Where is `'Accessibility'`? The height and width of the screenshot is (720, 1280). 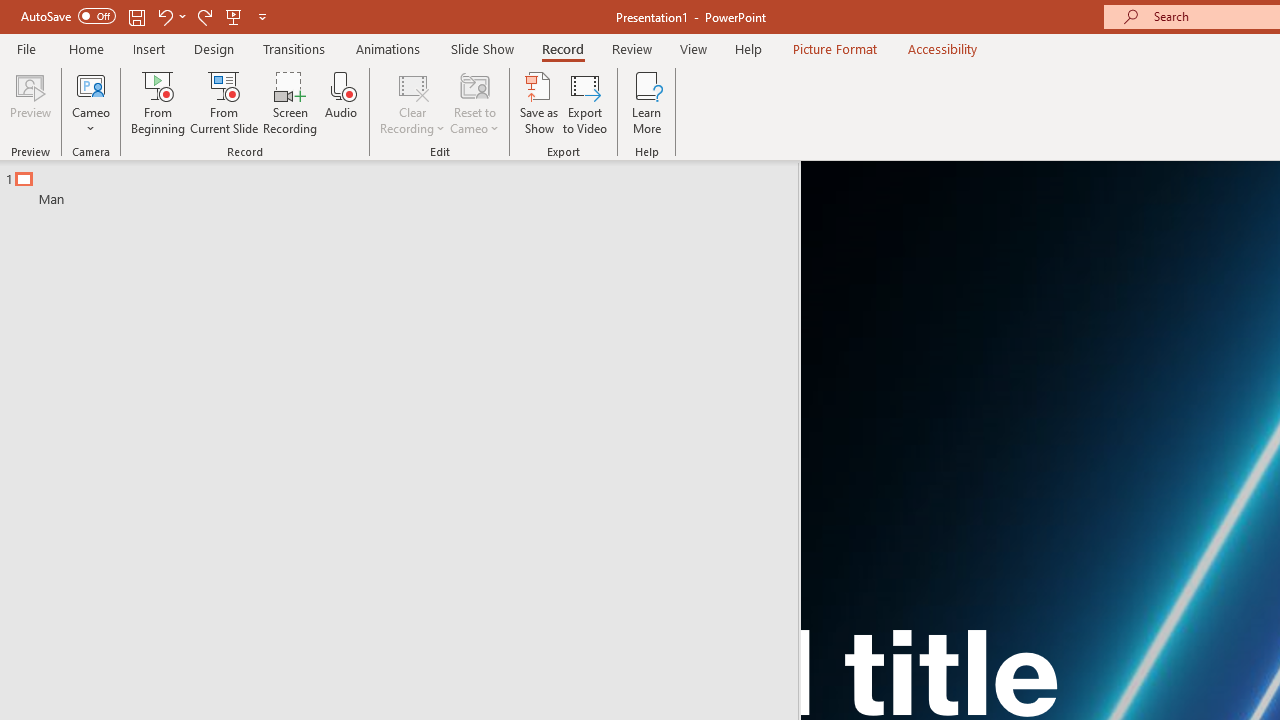 'Accessibility' is located at coordinates (941, 48).